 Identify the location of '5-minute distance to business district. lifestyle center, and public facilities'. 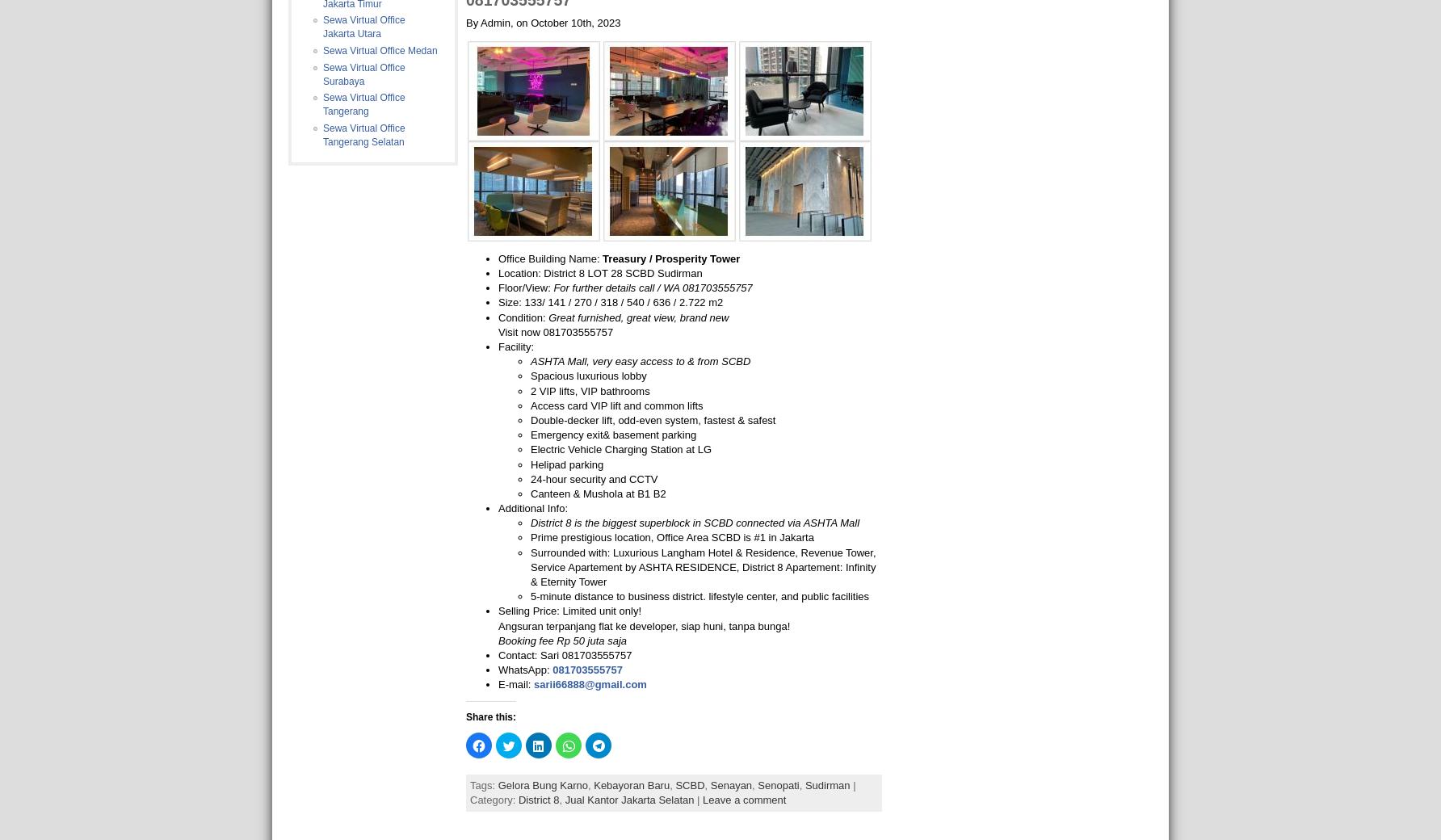
(699, 596).